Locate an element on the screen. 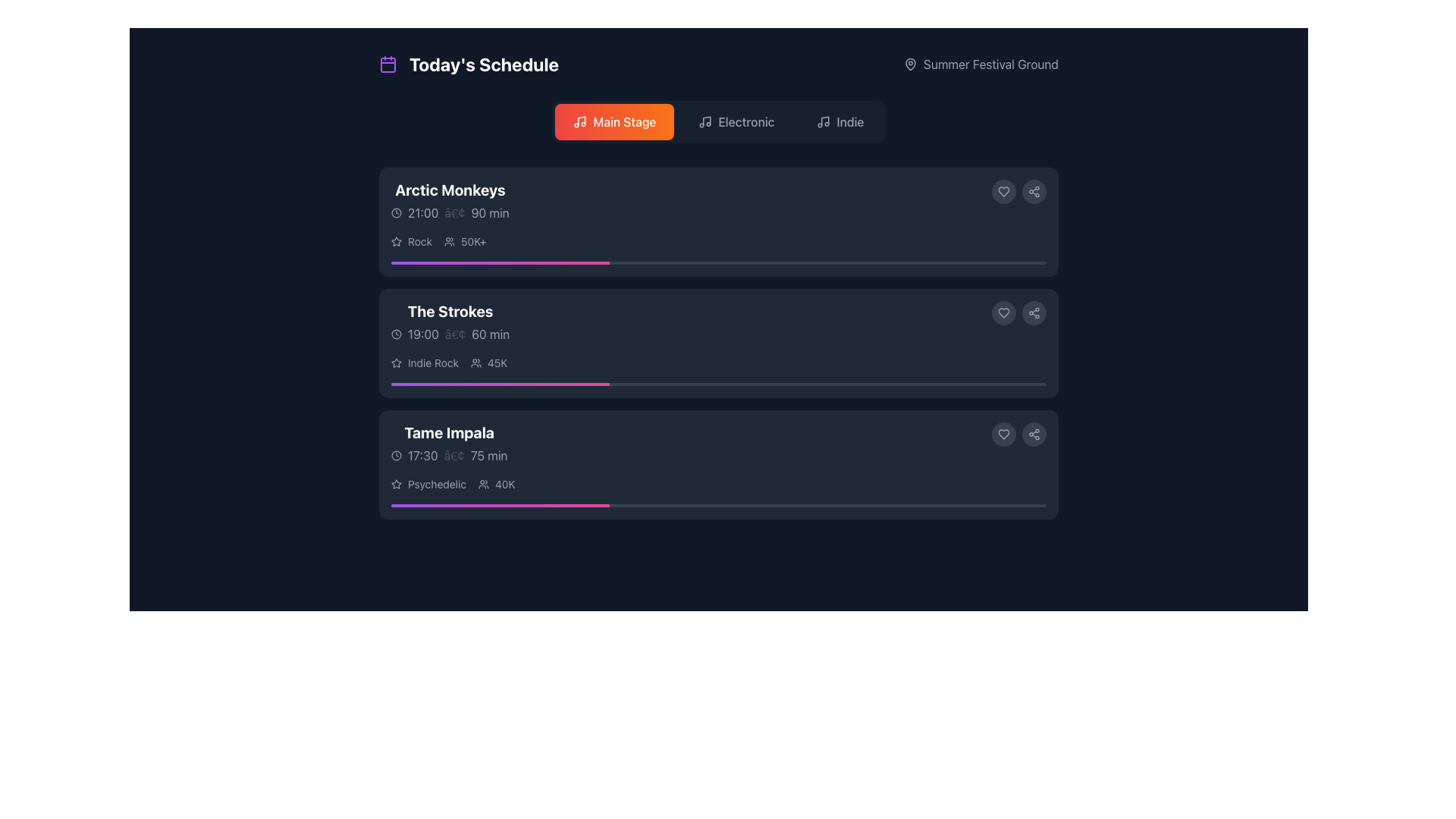 The width and height of the screenshot is (1456, 819). keyboard navigation is located at coordinates (1004, 191).